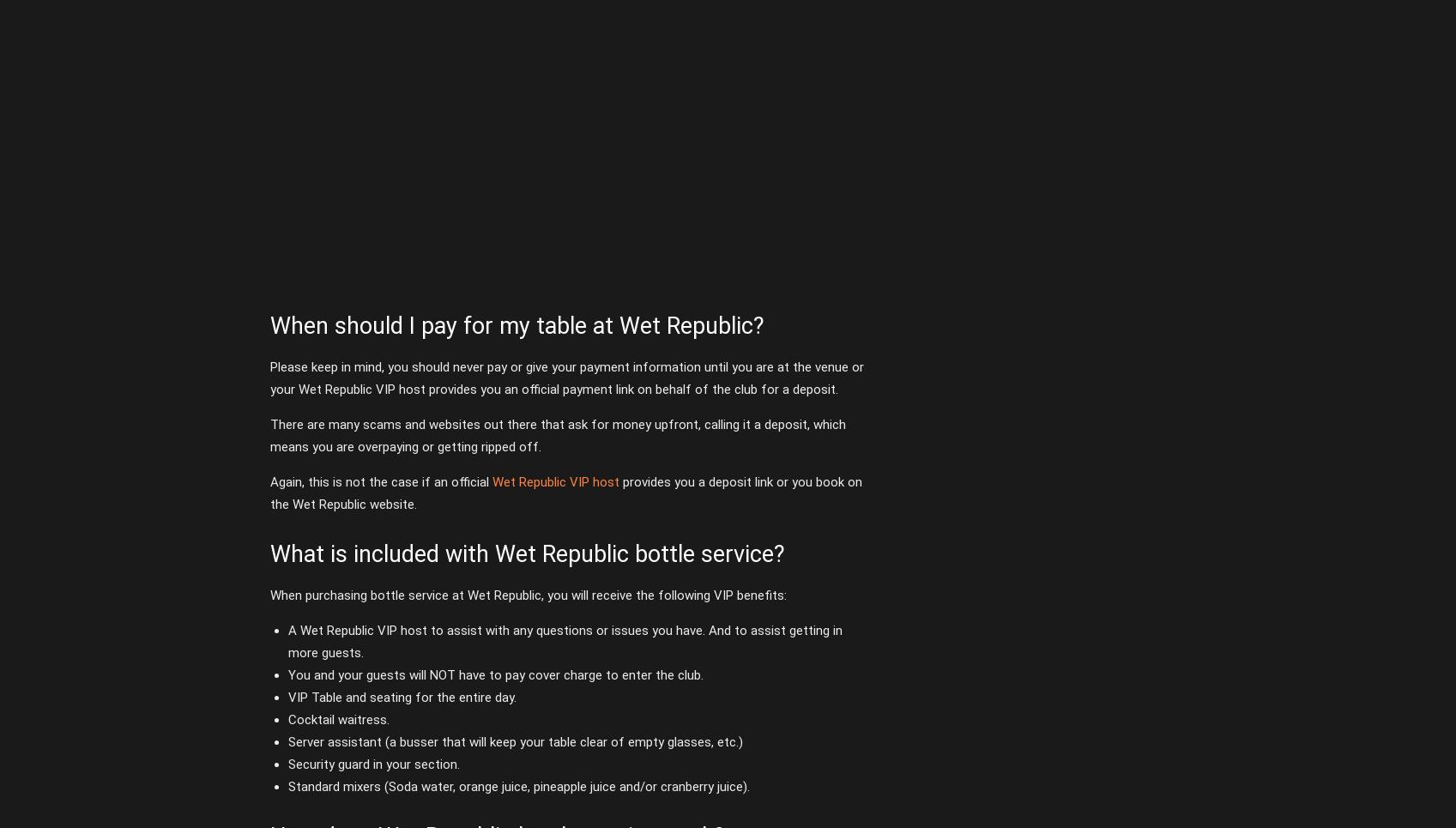 The image size is (1456, 828). I want to click on 'provides you a deposit link or you book on the Wet Republic website.', so click(269, 492).